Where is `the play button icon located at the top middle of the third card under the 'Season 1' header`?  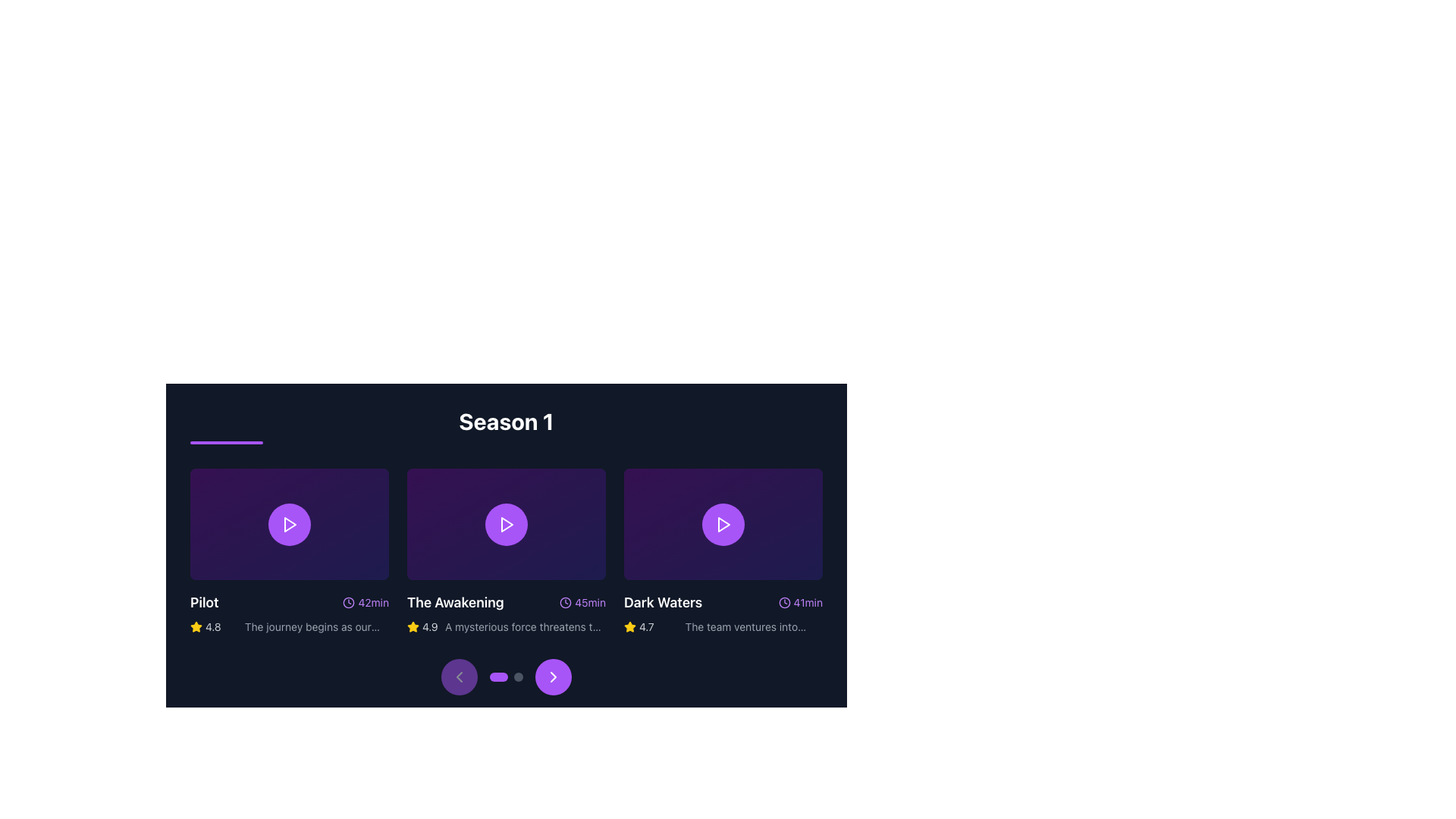
the play button icon located at the top middle of the third card under the 'Season 1' header is located at coordinates (723, 522).